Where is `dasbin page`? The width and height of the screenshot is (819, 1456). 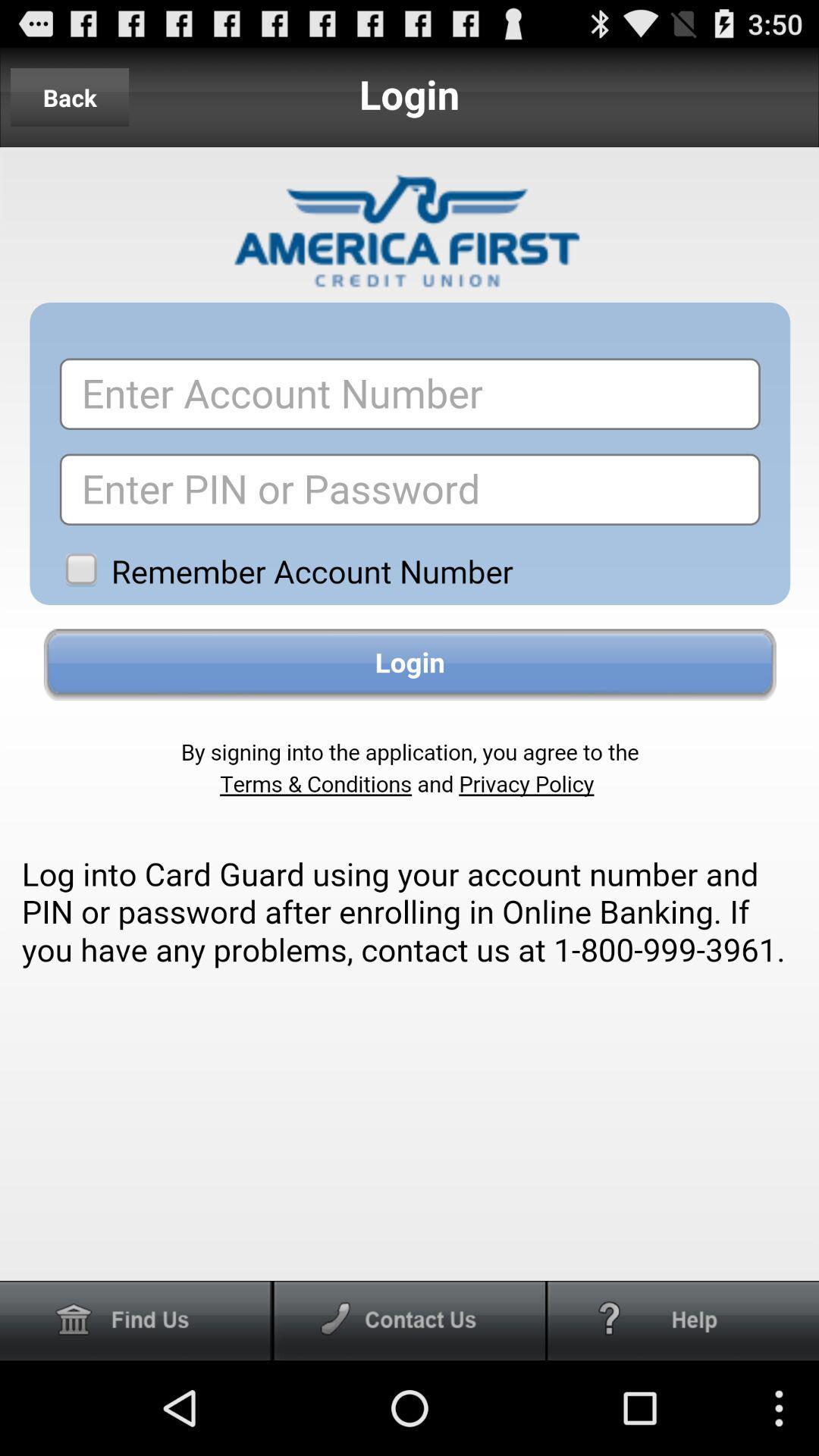 dasbin page is located at coordinates (135, 1319).